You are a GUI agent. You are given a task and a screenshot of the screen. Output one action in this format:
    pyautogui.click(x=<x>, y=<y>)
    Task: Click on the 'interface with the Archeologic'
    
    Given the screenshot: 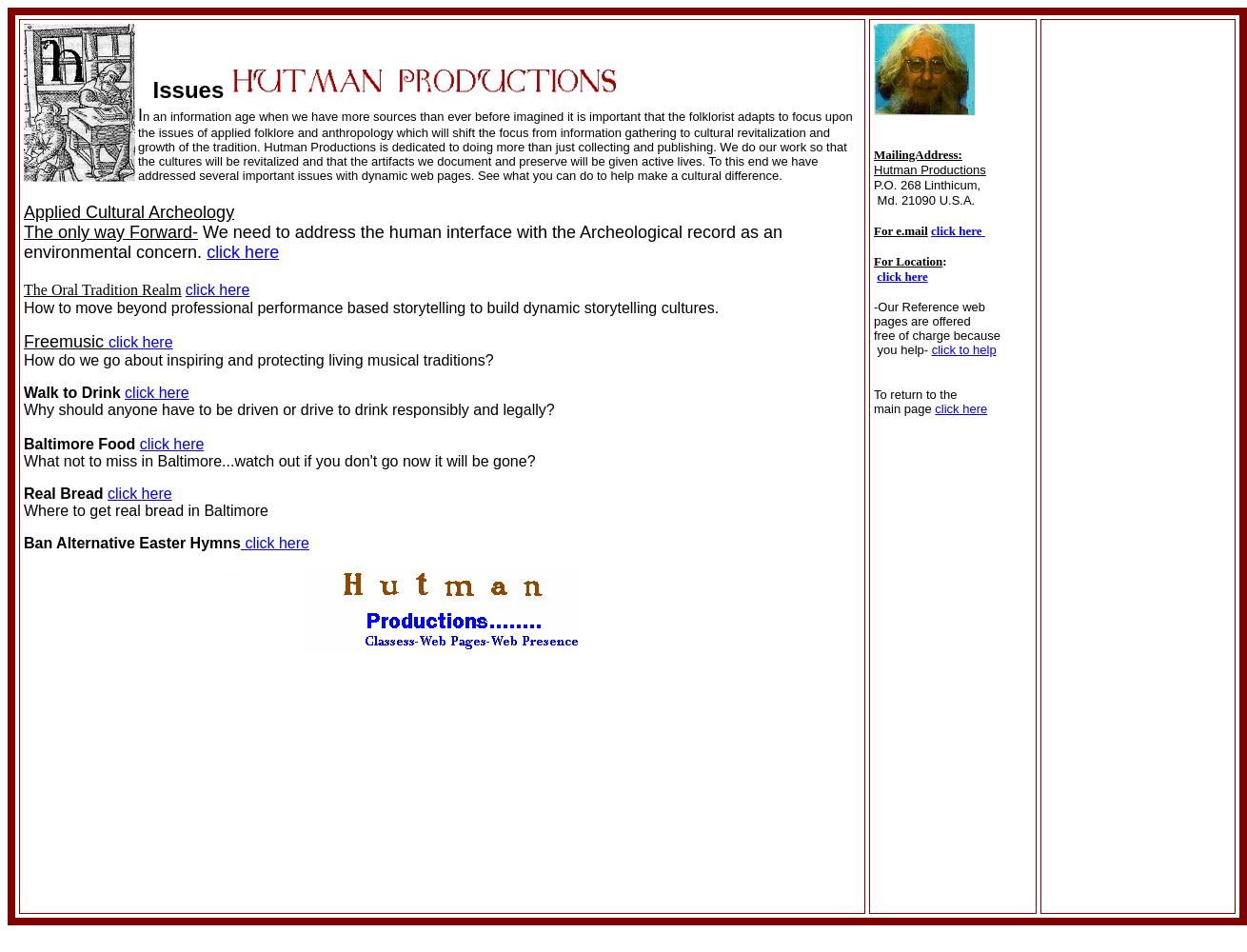 What is the action you would take?
    pyautogui.click(x=440, y=231)
    